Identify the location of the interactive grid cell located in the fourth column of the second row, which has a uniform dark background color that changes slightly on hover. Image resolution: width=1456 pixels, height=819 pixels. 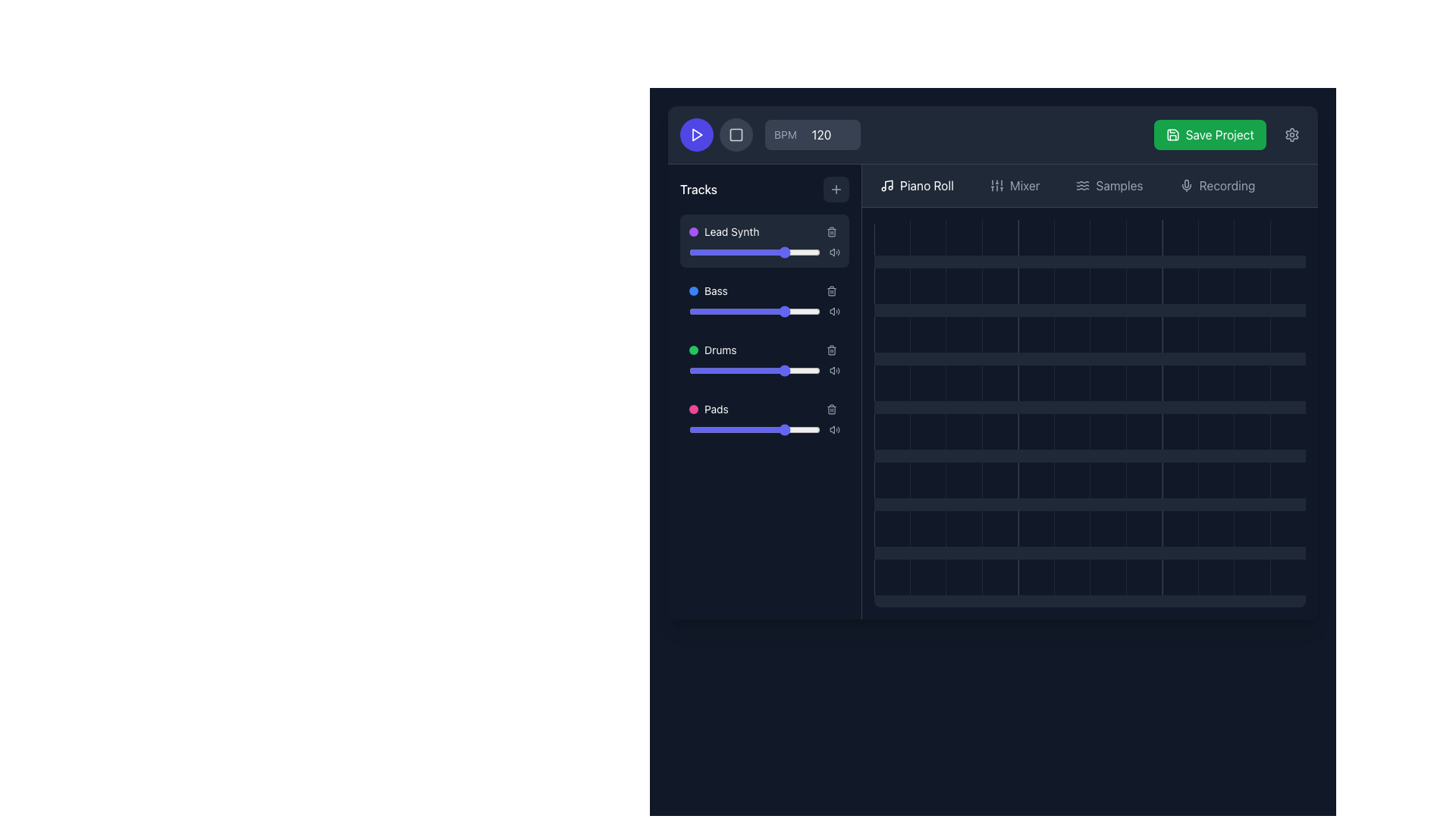
(999, 286).